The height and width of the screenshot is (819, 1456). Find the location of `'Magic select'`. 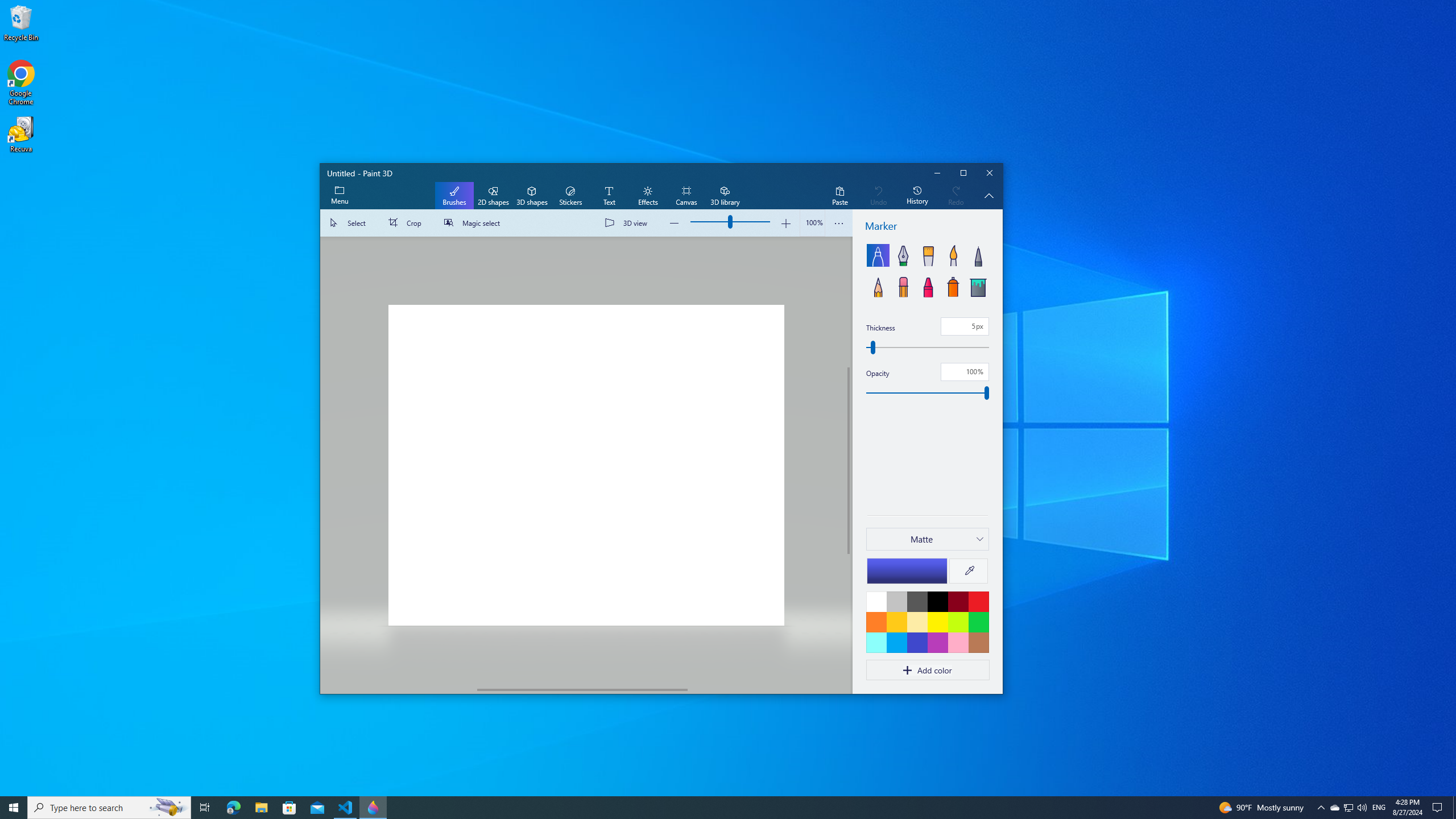

'Magic select' is located at coordinates (474, 222).